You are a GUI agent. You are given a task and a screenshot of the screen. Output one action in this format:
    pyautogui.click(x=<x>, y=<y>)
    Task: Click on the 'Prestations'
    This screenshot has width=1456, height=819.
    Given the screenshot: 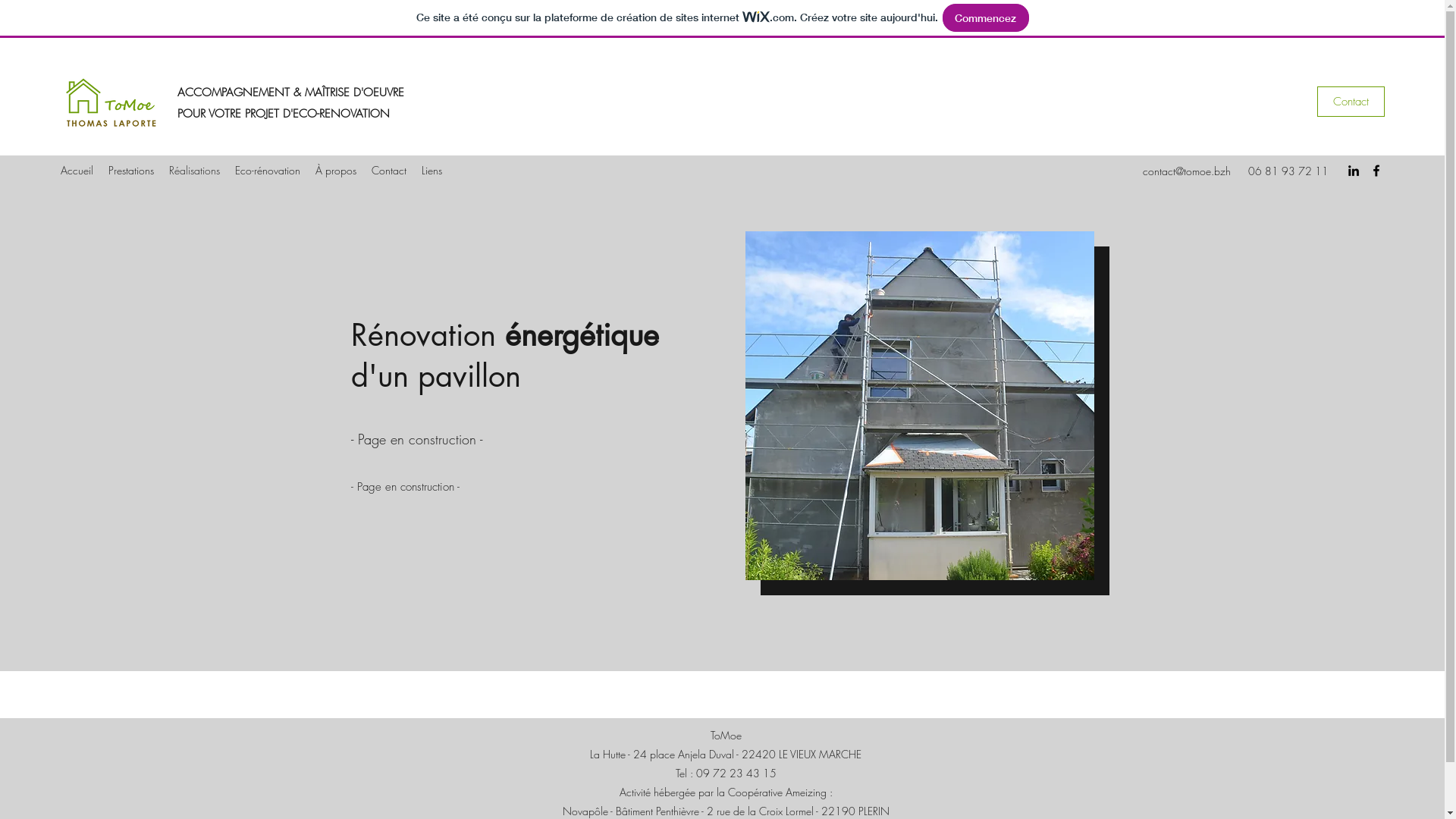 What is the action you would take?
    pyautogui.click(x=130, y=170)
    